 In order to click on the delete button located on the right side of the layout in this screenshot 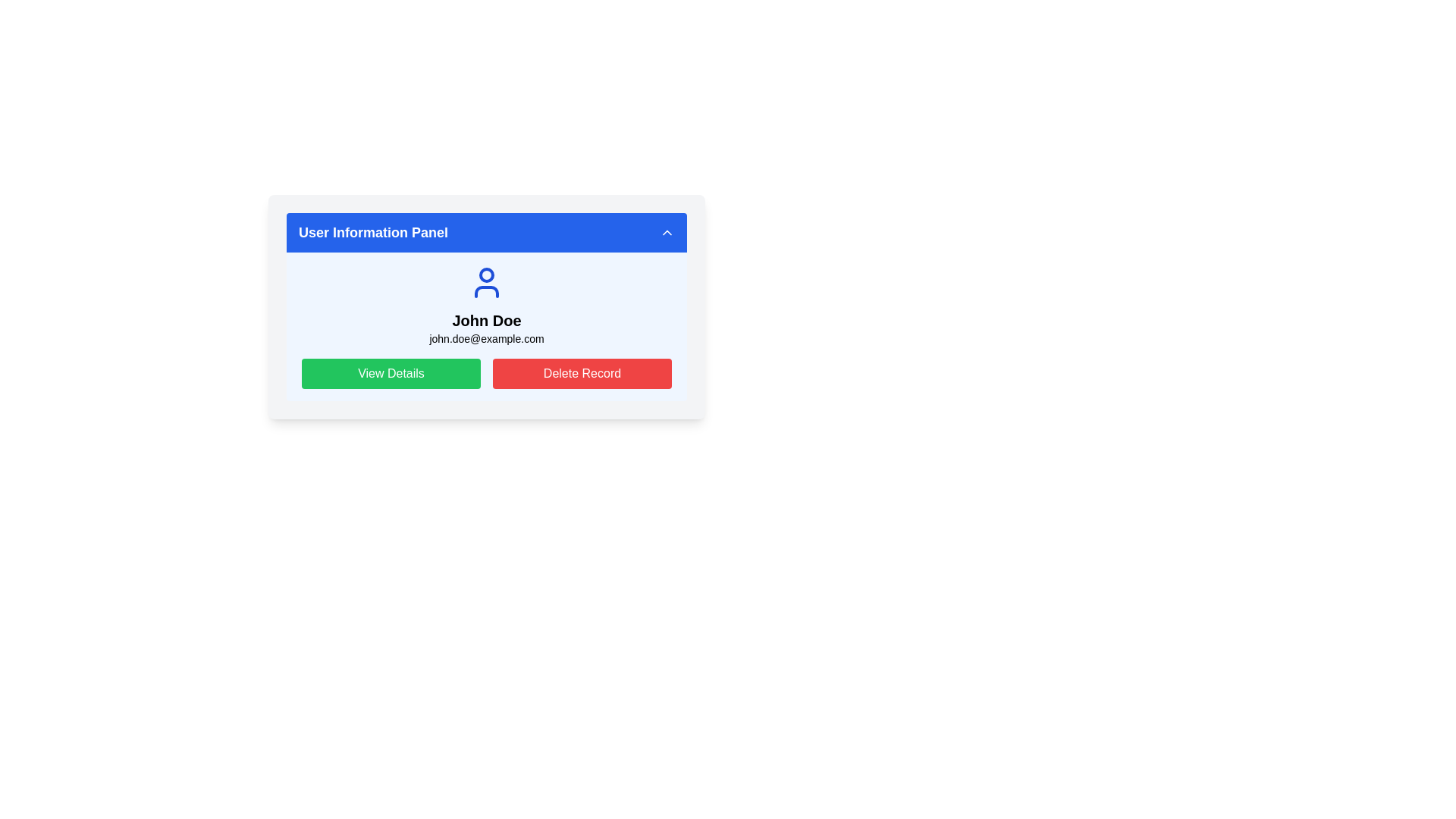, I will do `click(582, 374)`.